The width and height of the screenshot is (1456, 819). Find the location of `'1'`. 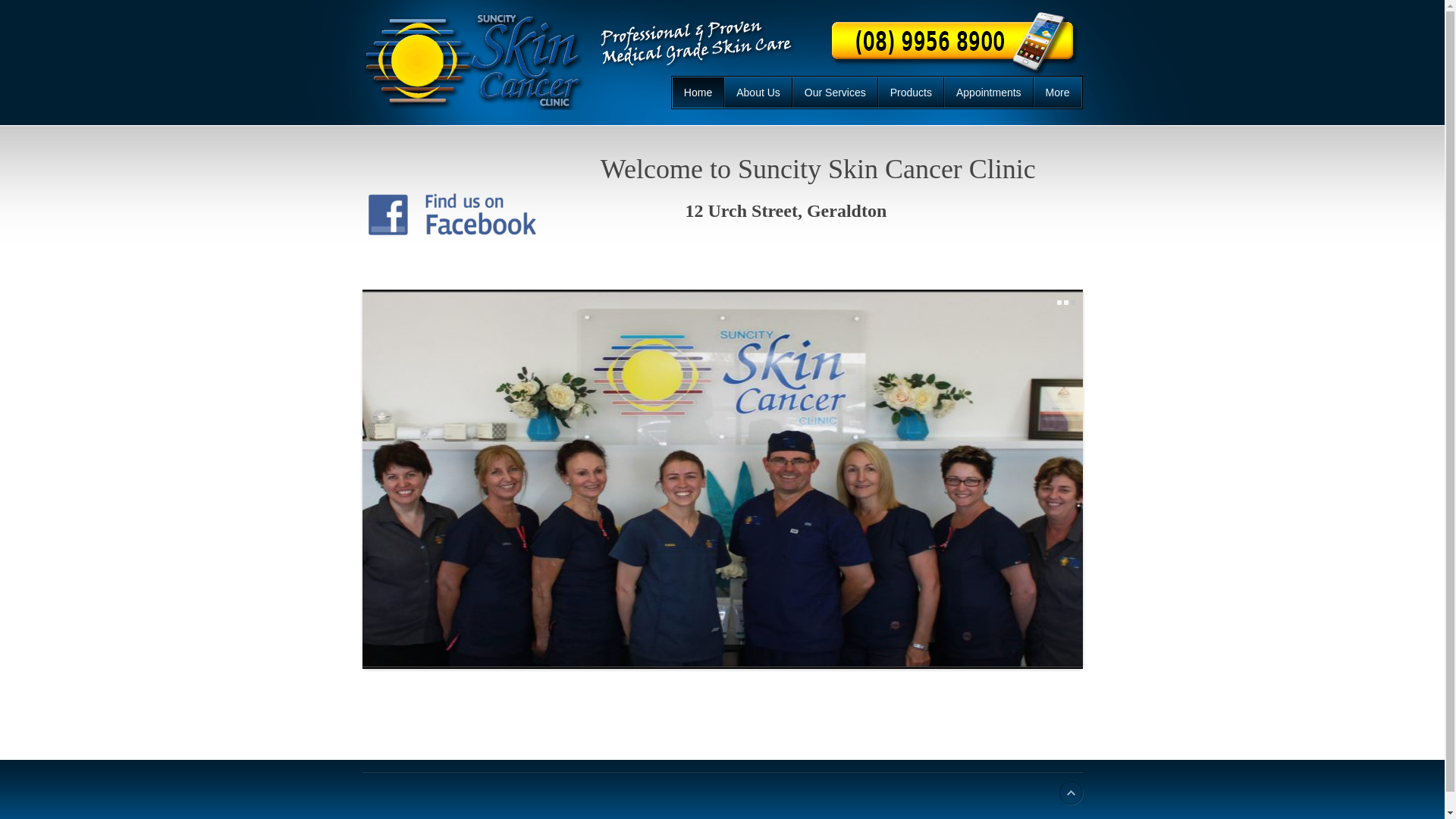

'1' is located at coordinates (1058, 302).